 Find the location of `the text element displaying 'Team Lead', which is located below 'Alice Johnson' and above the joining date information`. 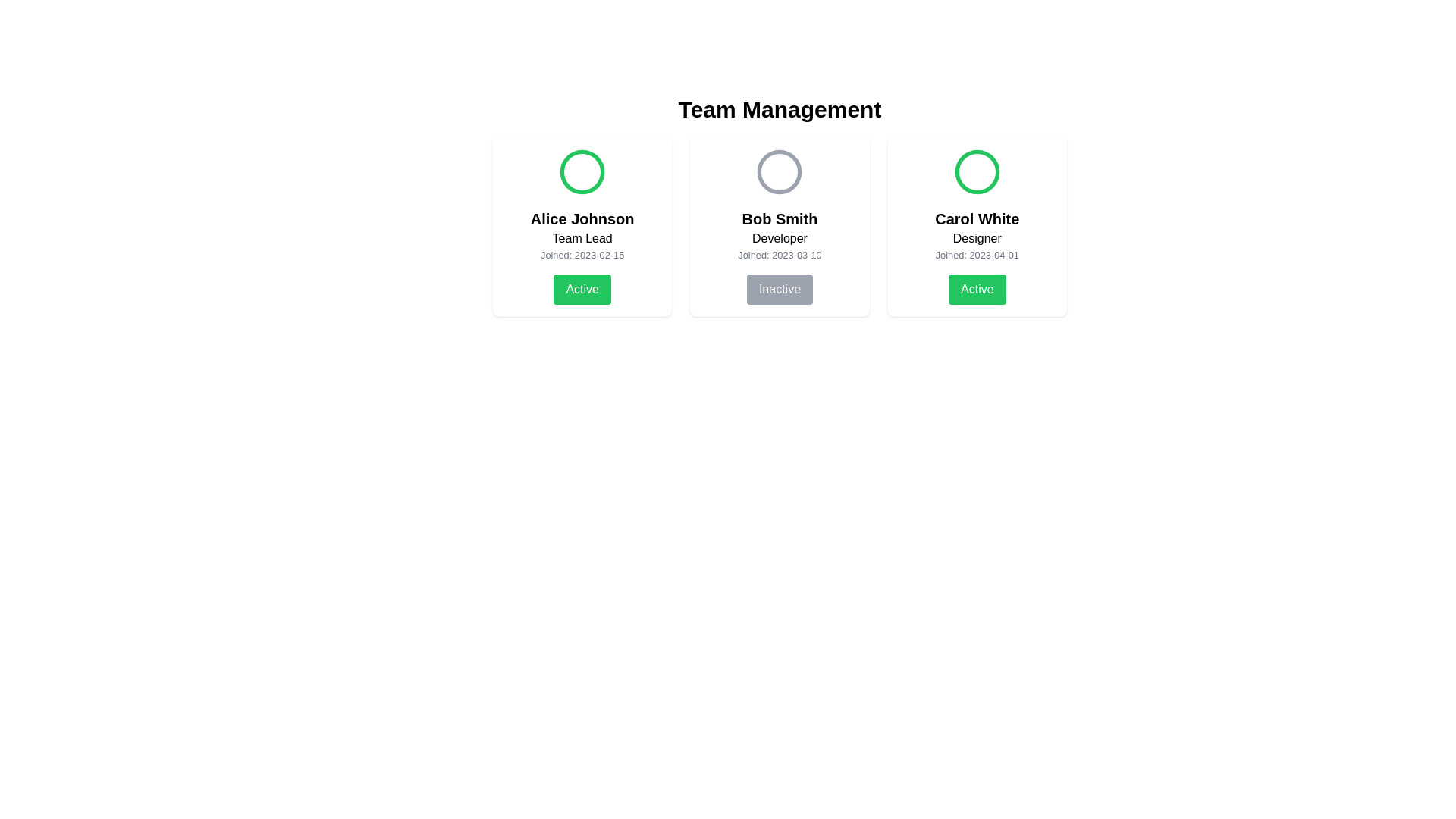

the text element displaying 'Team Lead', which is located below 'Alice Johnson' and above the joining date information is located at coordinates (582, 239).